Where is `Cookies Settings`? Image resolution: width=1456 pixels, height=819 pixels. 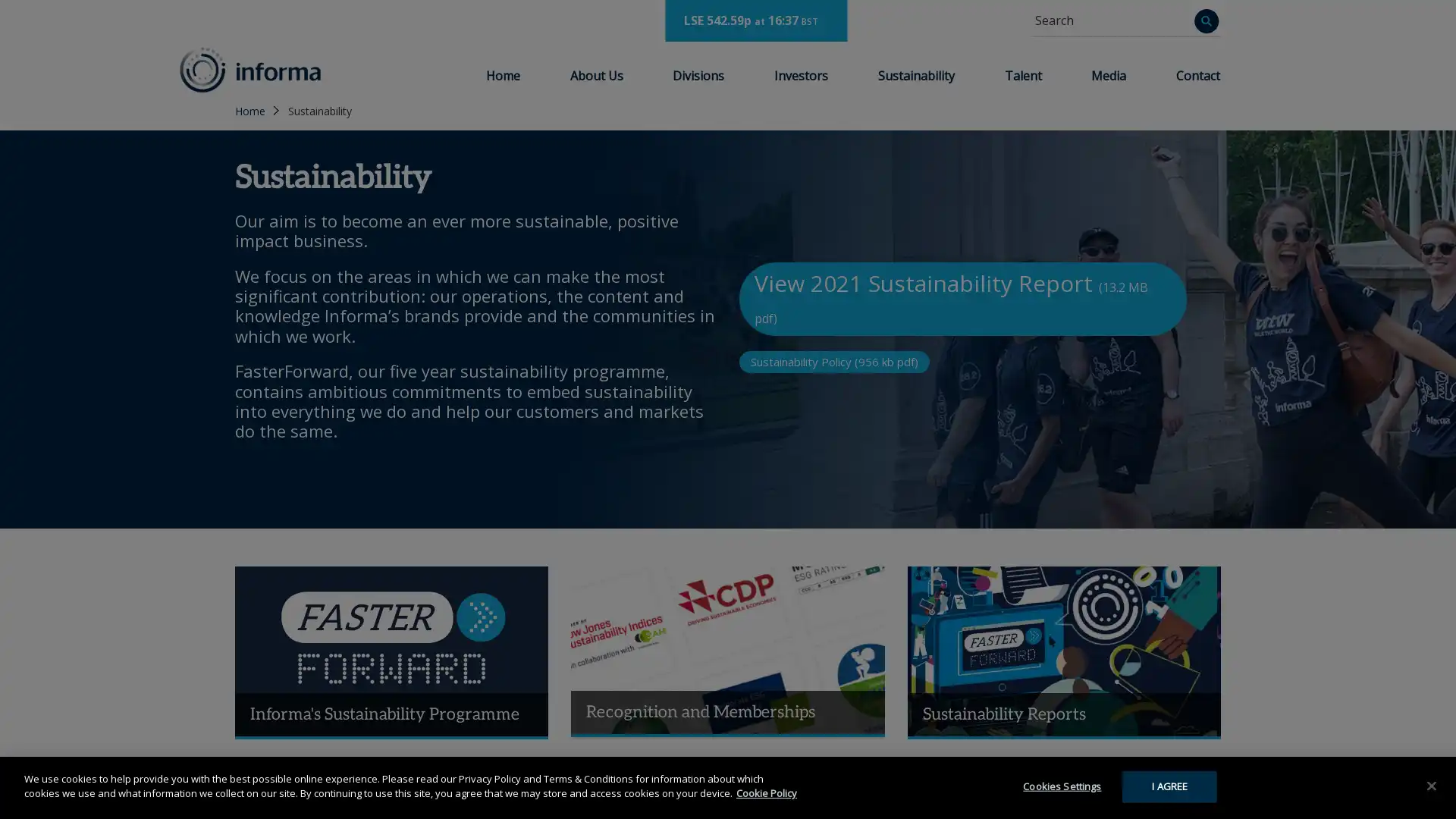
Cookies Settings is located at coordinates (1061, 786).